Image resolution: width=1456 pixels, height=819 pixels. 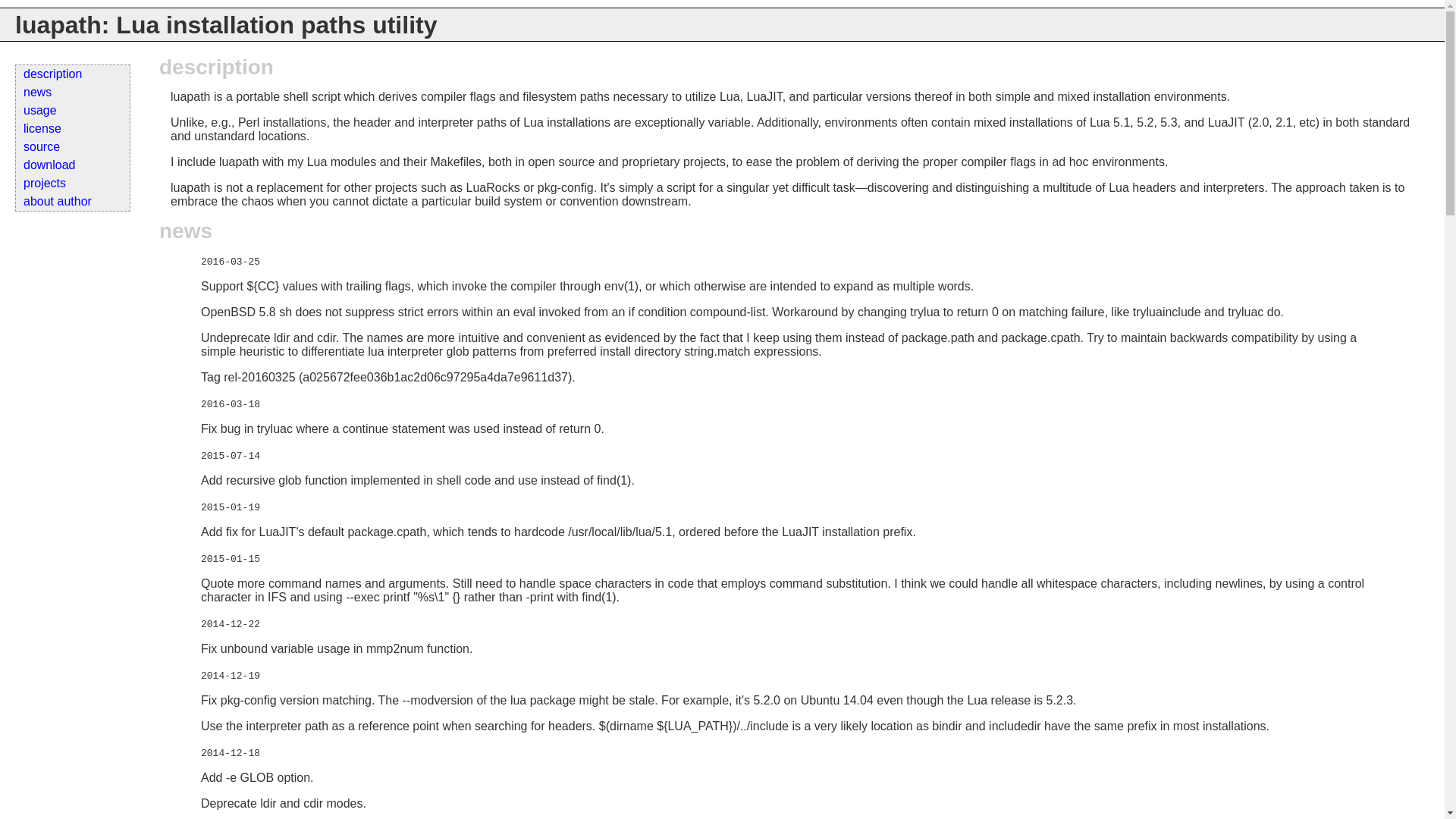 What do you see at coordinates (15, 165) in the screenshot?
I see `'download'` at bounding box center [15, 165].